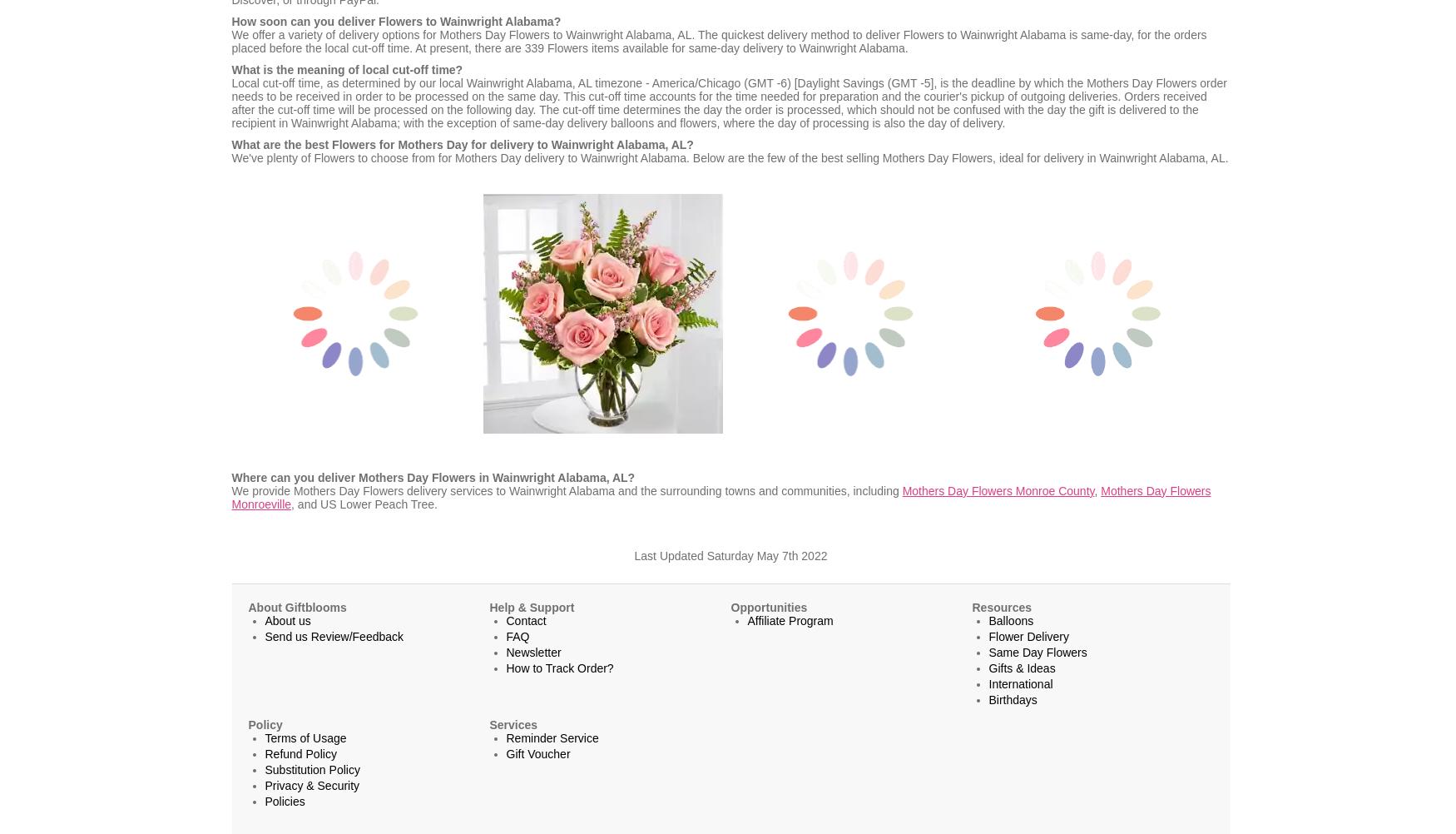  I want to click on 'Mothers Day Flowers Monroeville', so click(230, 495).